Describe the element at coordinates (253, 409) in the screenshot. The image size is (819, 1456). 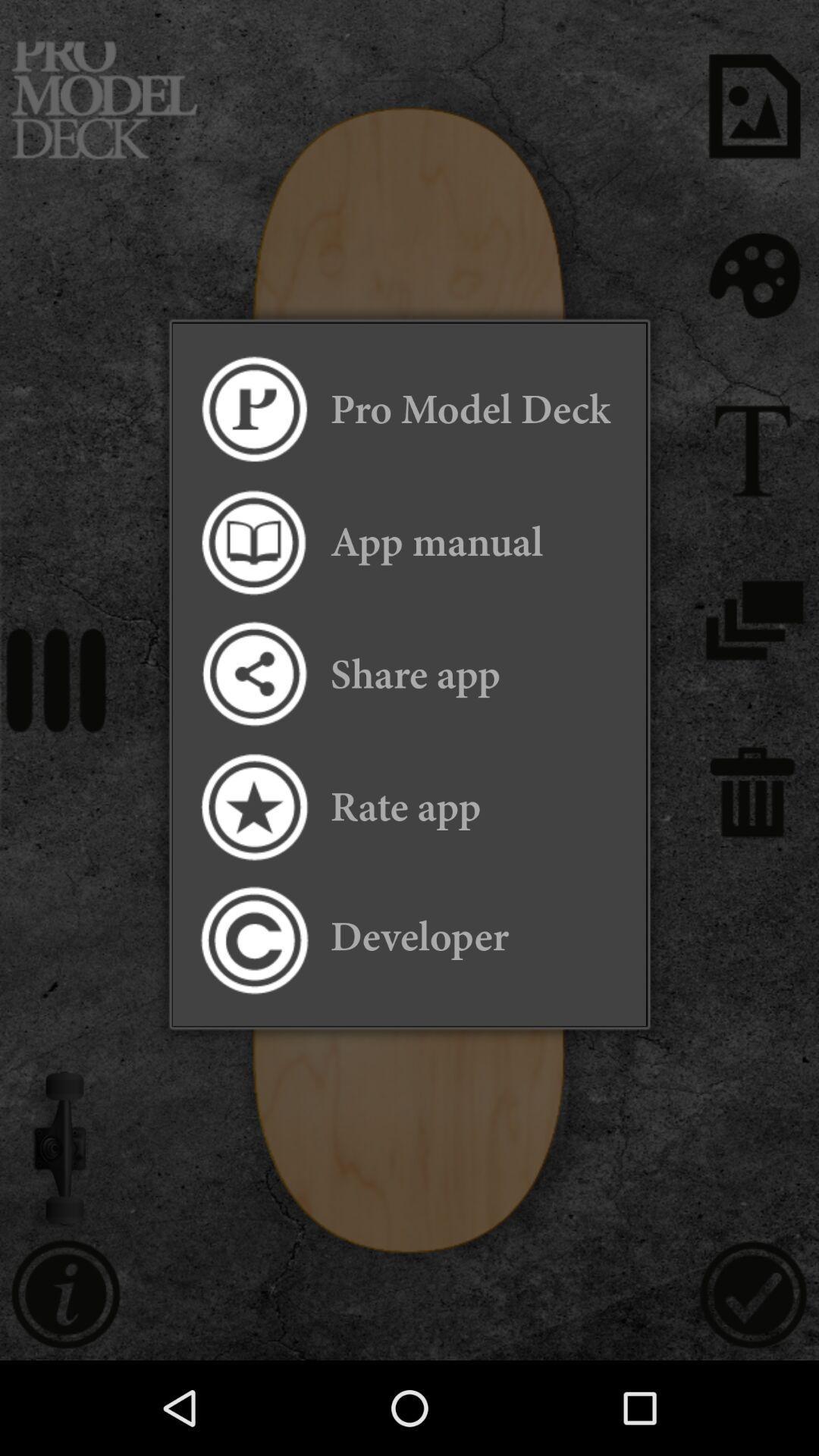
I see `the app to the left of the pro model deck app` at that location.